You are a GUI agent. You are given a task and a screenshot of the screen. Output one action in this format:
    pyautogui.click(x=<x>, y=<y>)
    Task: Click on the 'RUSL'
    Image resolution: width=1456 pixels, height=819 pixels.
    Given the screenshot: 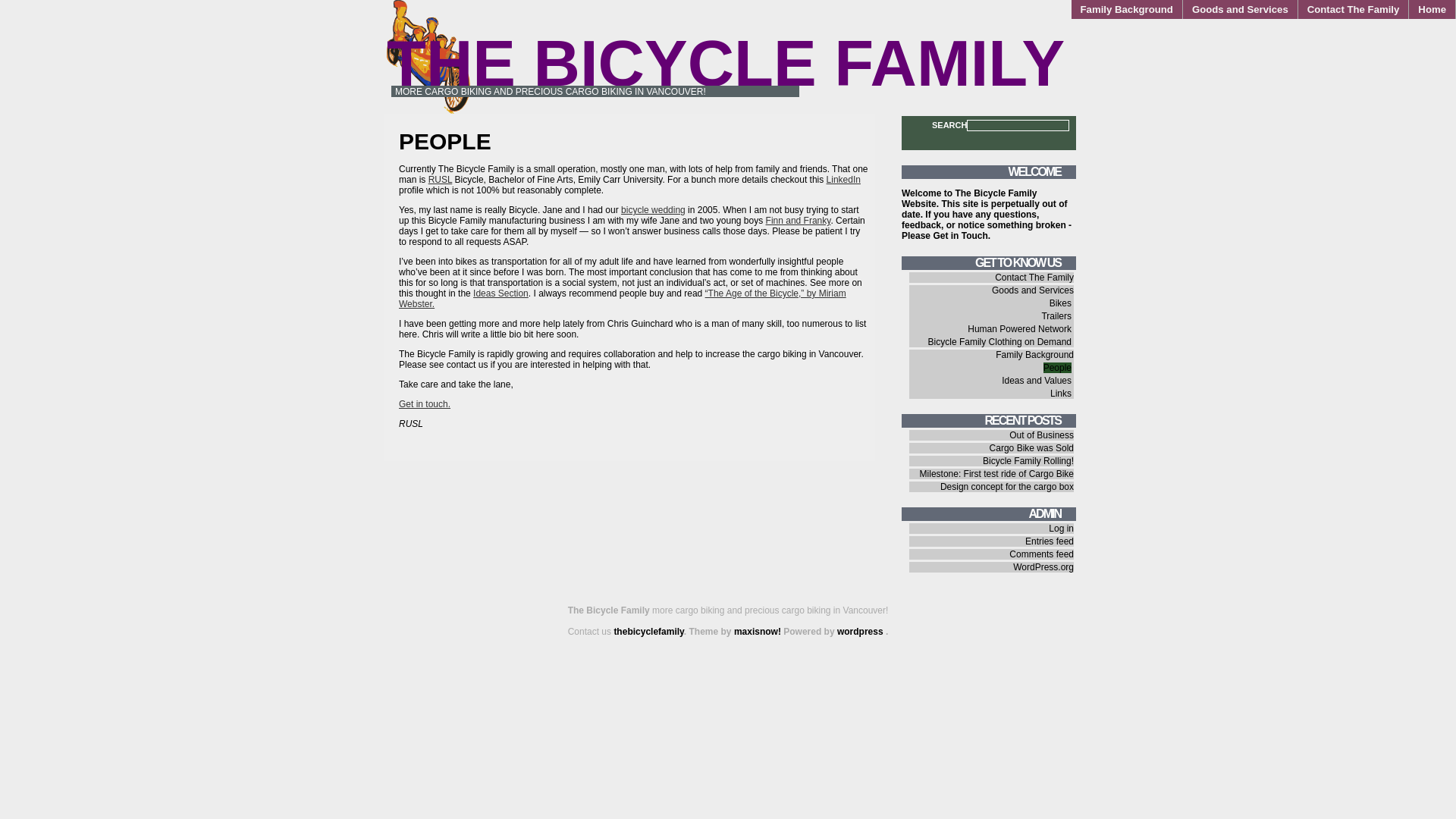 What is the action you would take?
    pyautogui.click(x=439, y=178)
    